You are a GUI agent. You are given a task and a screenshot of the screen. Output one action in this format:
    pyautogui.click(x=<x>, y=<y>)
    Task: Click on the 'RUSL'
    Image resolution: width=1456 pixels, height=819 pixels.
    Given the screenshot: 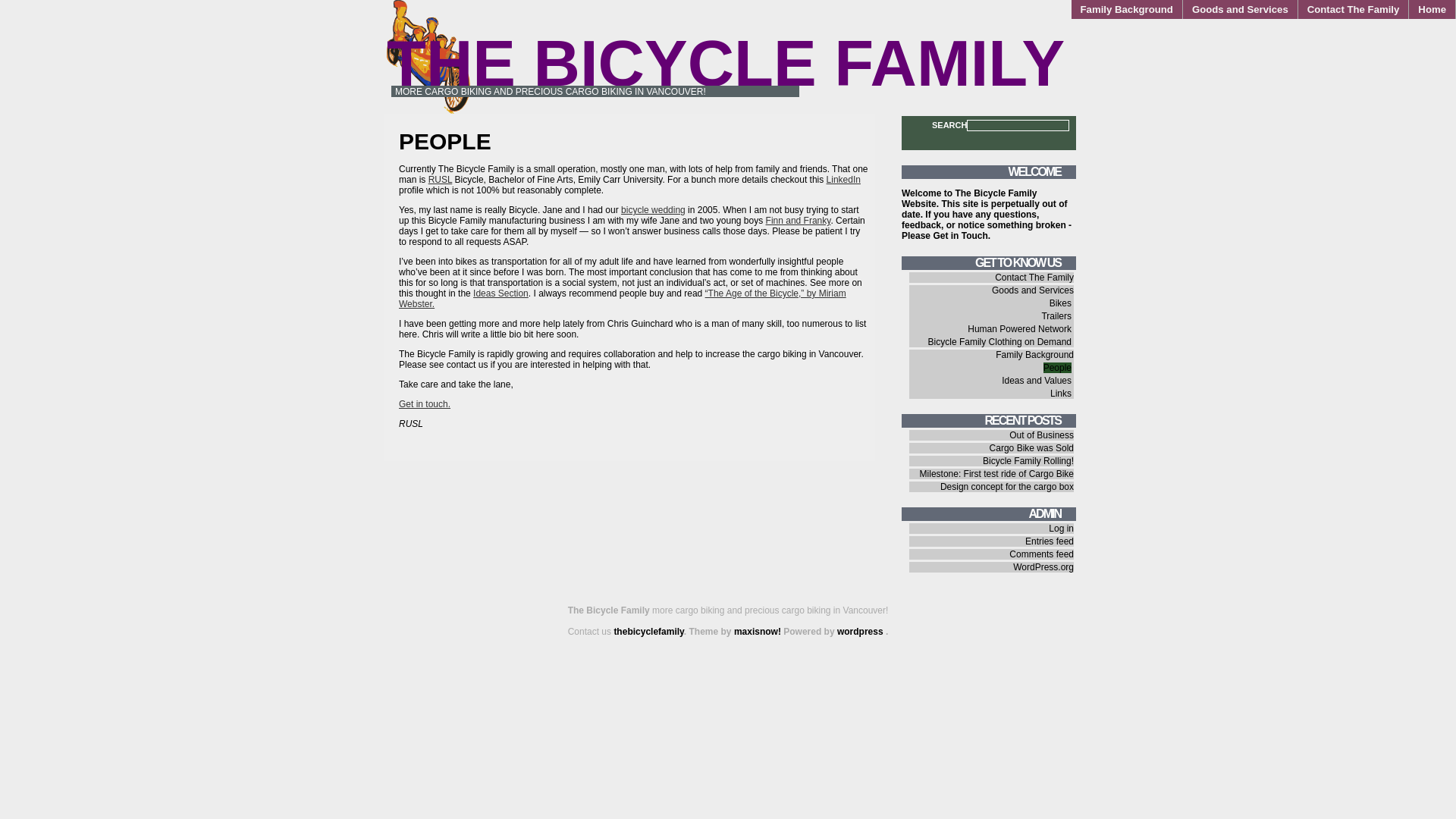 What is the action you would take?
    pyautogui.click(x=439, y=178)
    